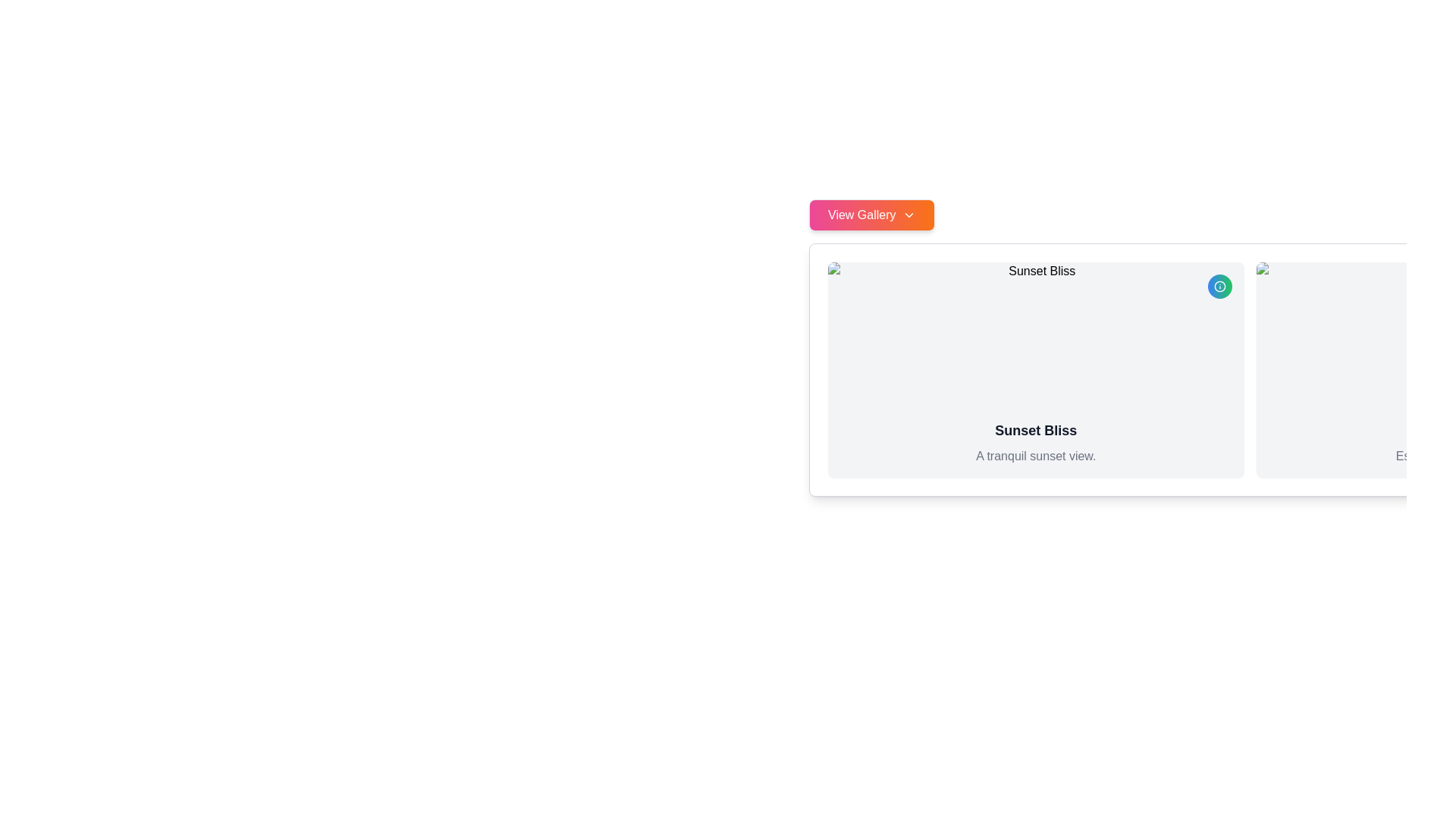 This screenshot has width=1456, height=819. What do you see at coordinates (1219, 287) in the screenshot?
I see `the circular information icon with a blue-to-green gradient background and white border` at bounding box center [1219, 287].